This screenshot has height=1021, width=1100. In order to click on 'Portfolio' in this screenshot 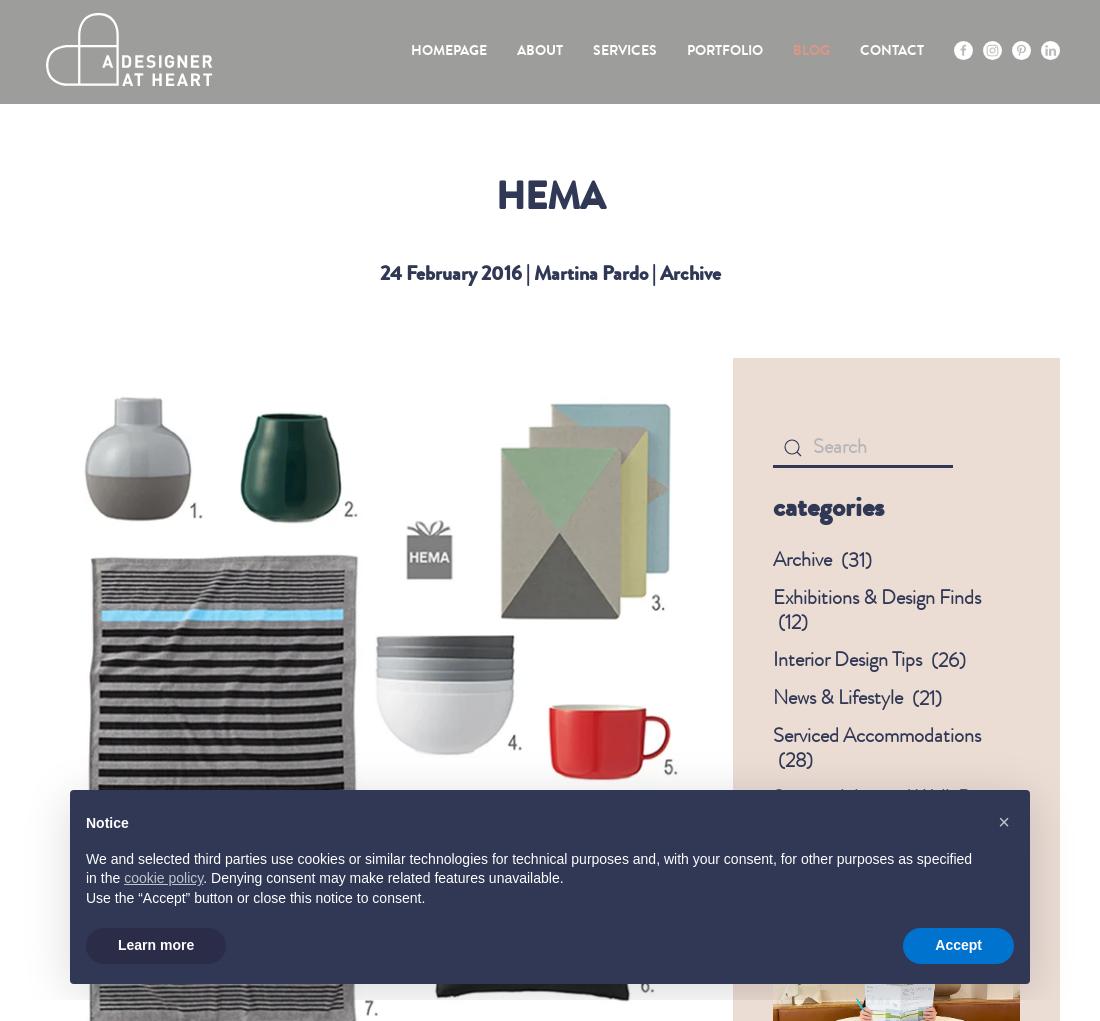, I will do `click(686, 50)`.